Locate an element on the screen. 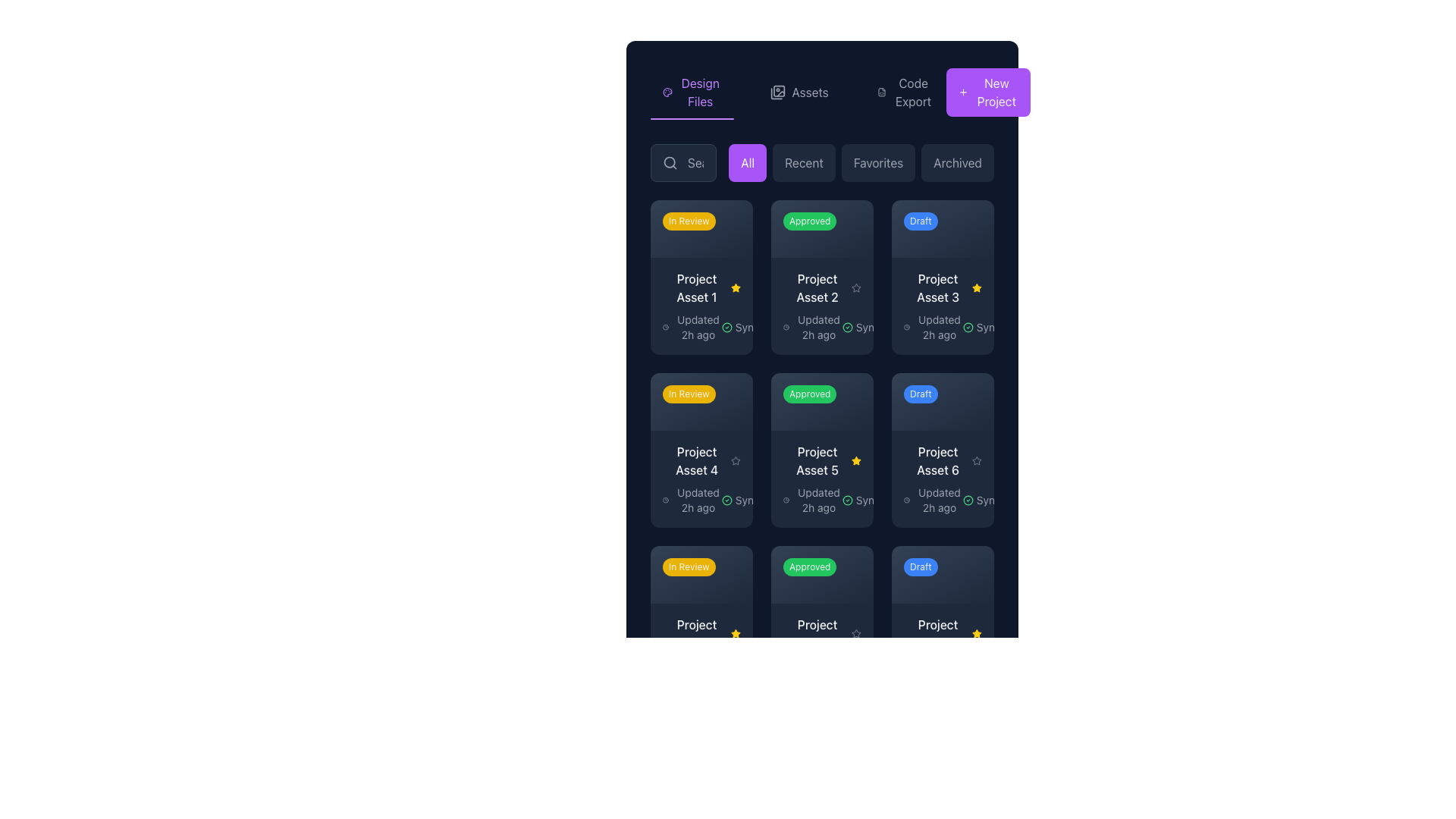  the navigational button located in the center of the horizontal navigation bar, positioned between 'Design Files' and 'Code Export' is located at coordinates (799, 93).